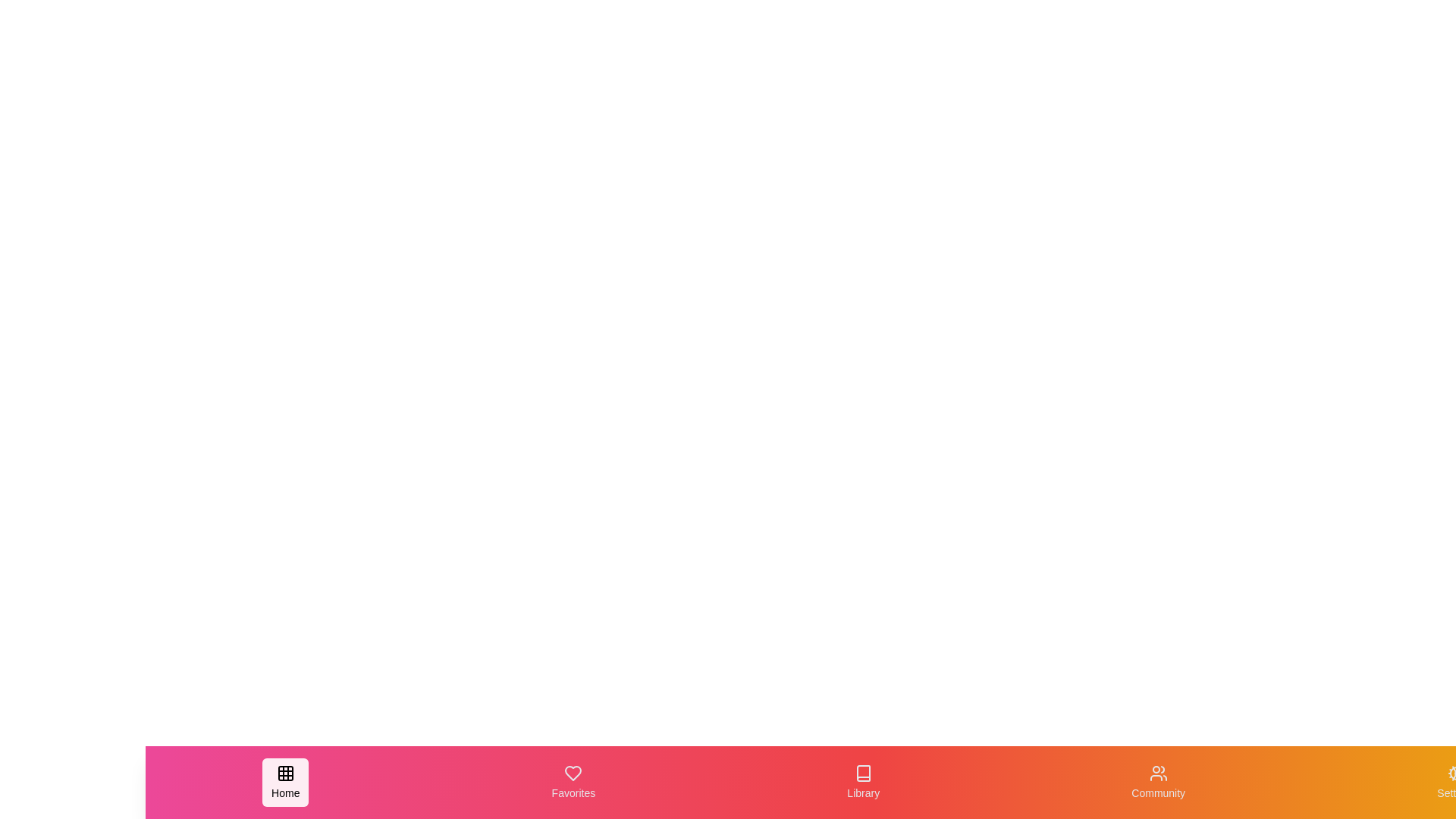  Describe the element at coordinates (285, 783) in the screenshot. I see `the navigation item Home` at that location.